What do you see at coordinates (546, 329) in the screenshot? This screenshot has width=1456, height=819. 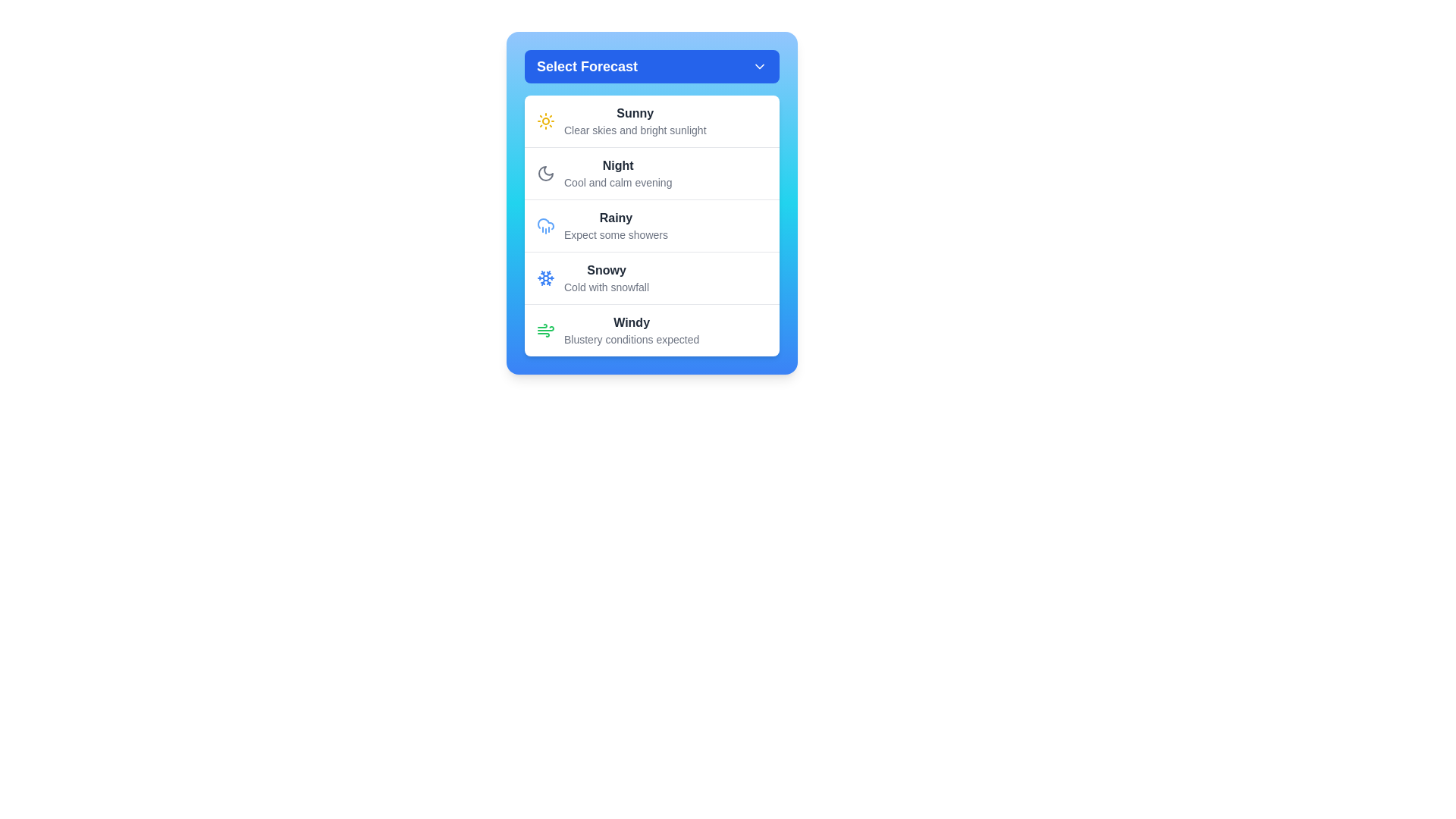 I see `the windy forecast icon located before the text describing windy conditions, which visually represents wind` at bounding box center [546, 329].